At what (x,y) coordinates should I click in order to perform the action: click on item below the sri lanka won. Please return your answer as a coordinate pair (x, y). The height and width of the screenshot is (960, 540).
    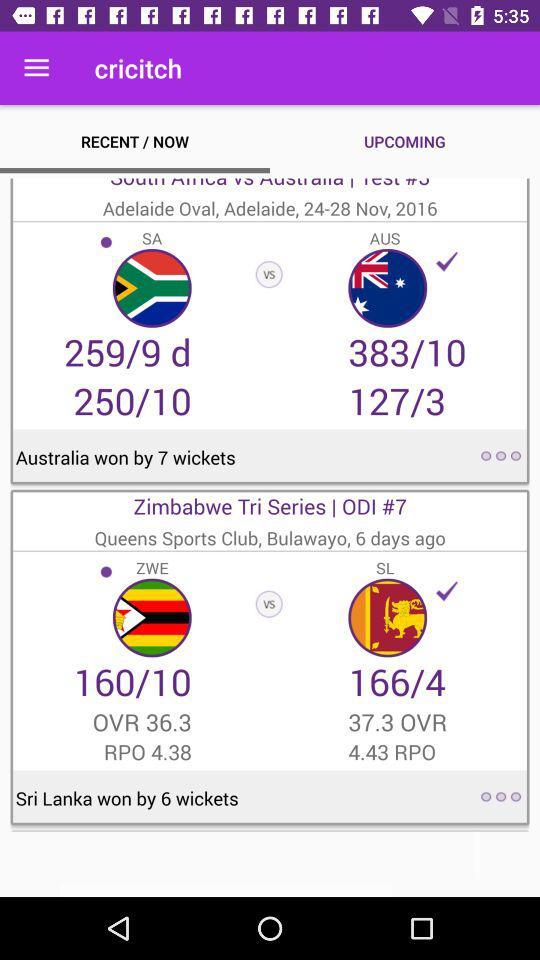
    Looking at the image, I should click on (270, 863).